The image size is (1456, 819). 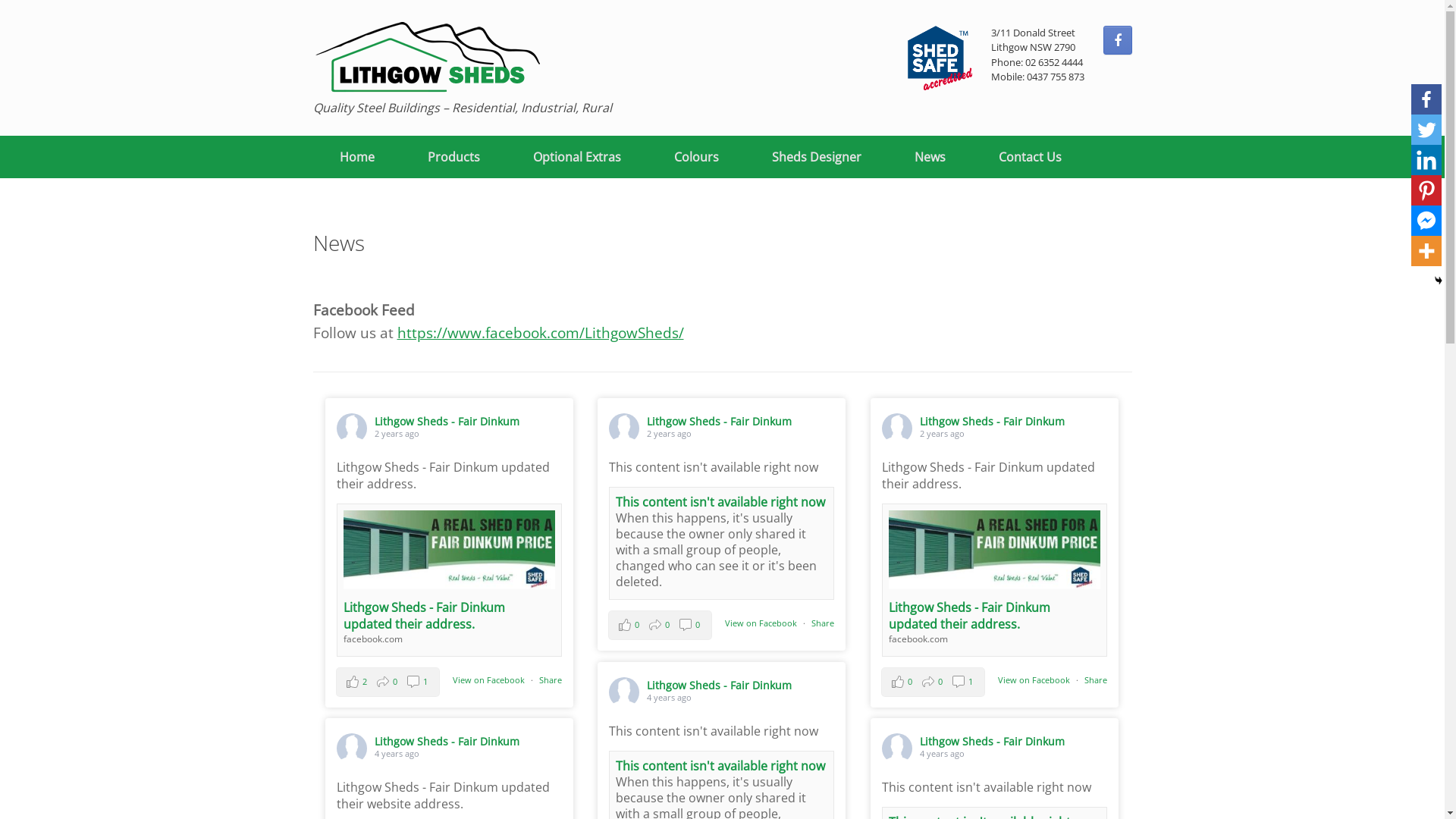 What do you see at coordinates (814, 157) in the screenshot?
I see `'Sheds Designer'` at bounding box center [814, 157].